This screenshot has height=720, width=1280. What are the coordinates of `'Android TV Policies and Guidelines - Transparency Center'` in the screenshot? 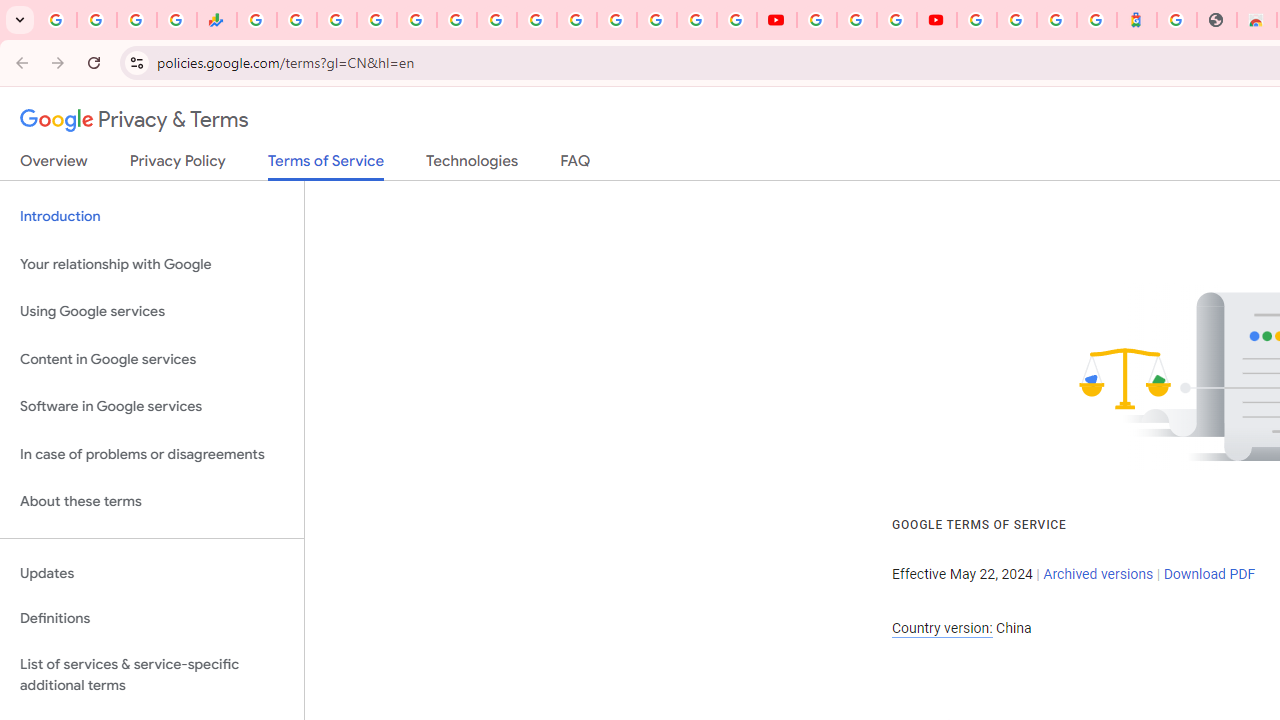 It's located at (497, 20).